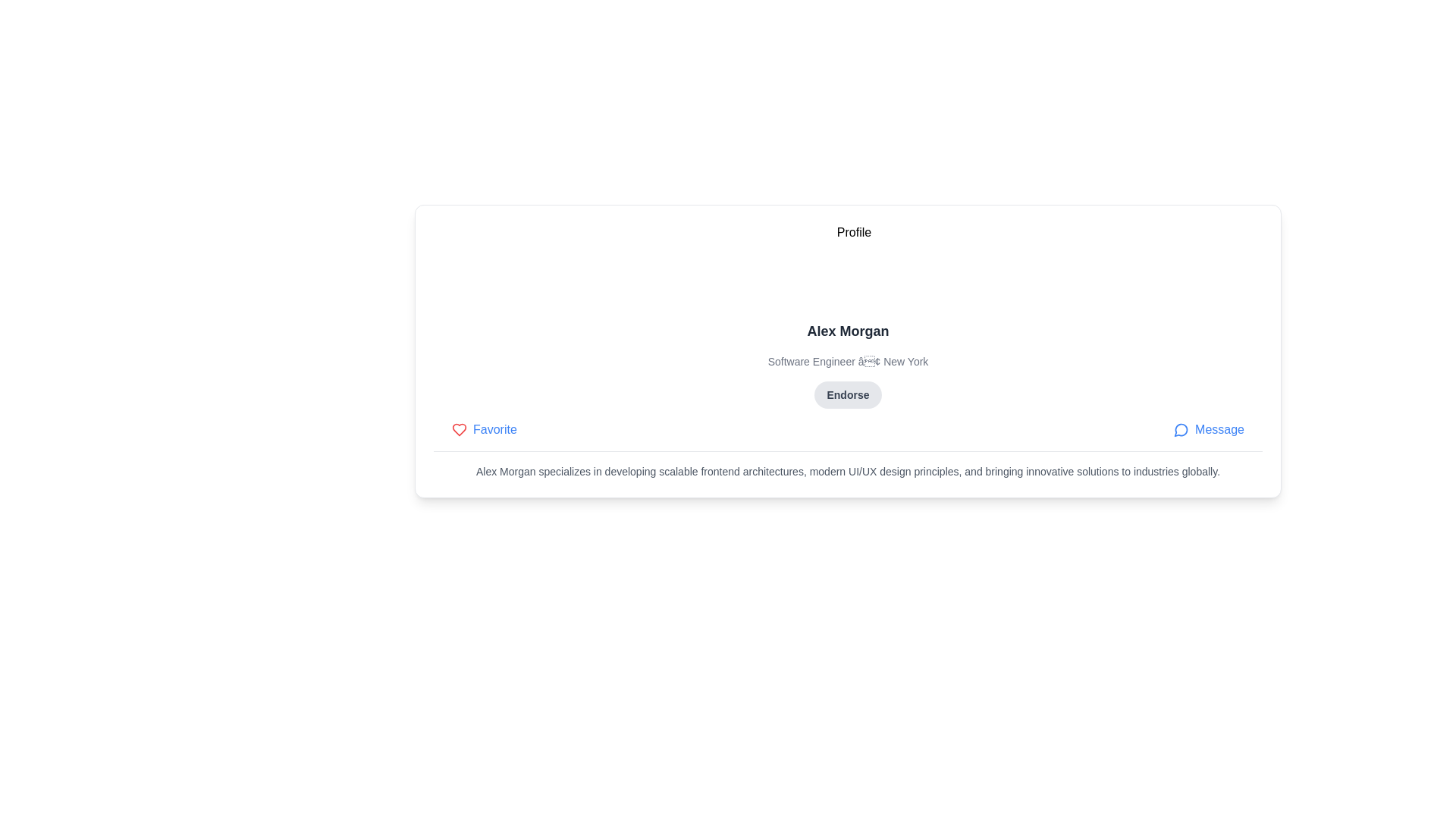  Describe the element at coordinates (458, 430) in the screenshot. I see `the 'favorite' icon located in the lower left portion of the card adjacent to the text 'Favorite' to observe any tooltip or visual changes` at that location.